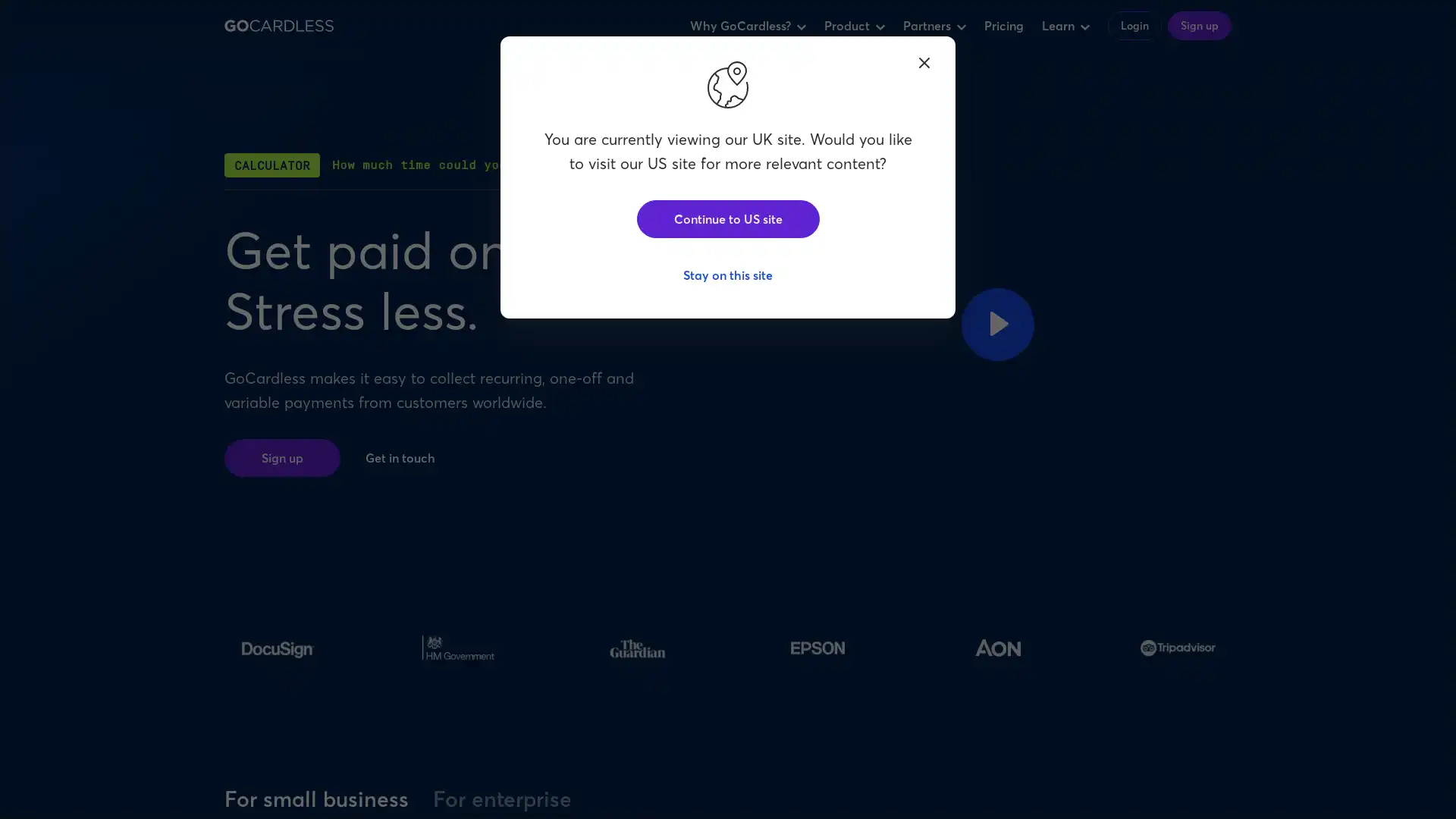  What do you see at coordinates (934, 26) in the screenshot?
I see `Partners` at bounding box center [934, 26].